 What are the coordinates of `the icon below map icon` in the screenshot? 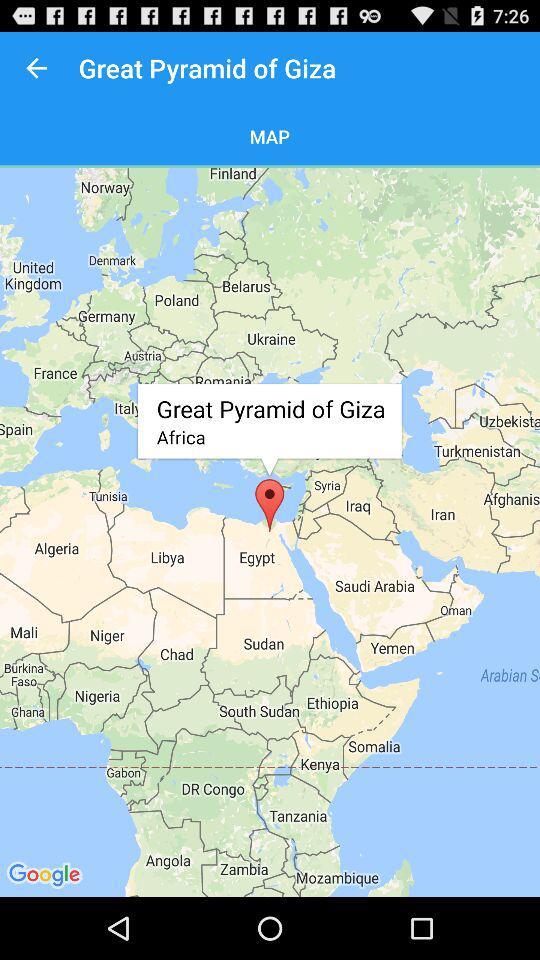 It's located at (270, 531).